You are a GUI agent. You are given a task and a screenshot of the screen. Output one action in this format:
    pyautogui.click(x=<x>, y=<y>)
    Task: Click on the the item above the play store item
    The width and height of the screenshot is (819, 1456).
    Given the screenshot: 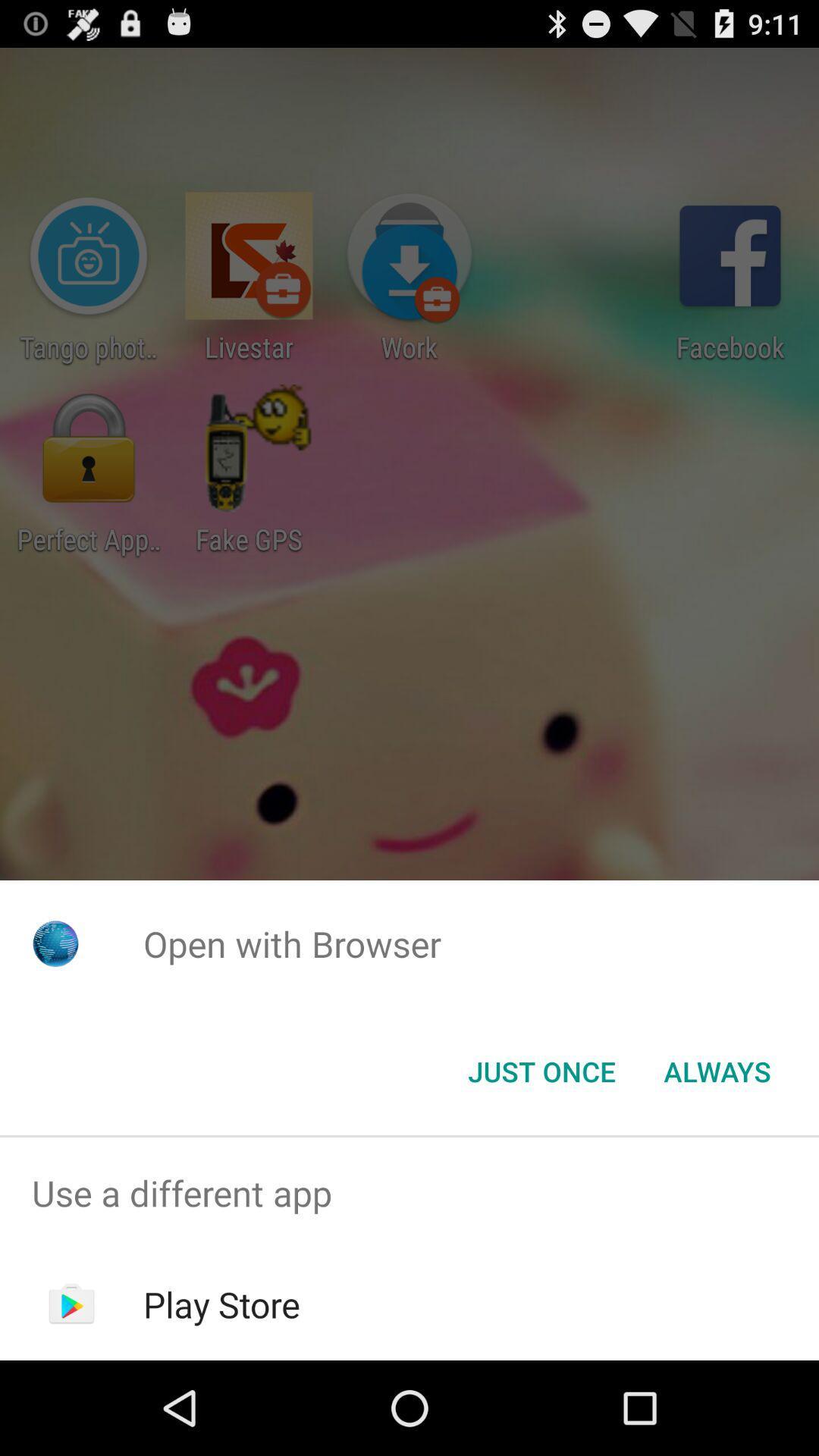 What is the action you would take?
    pyautogui.click(x=409, y=1192)
    